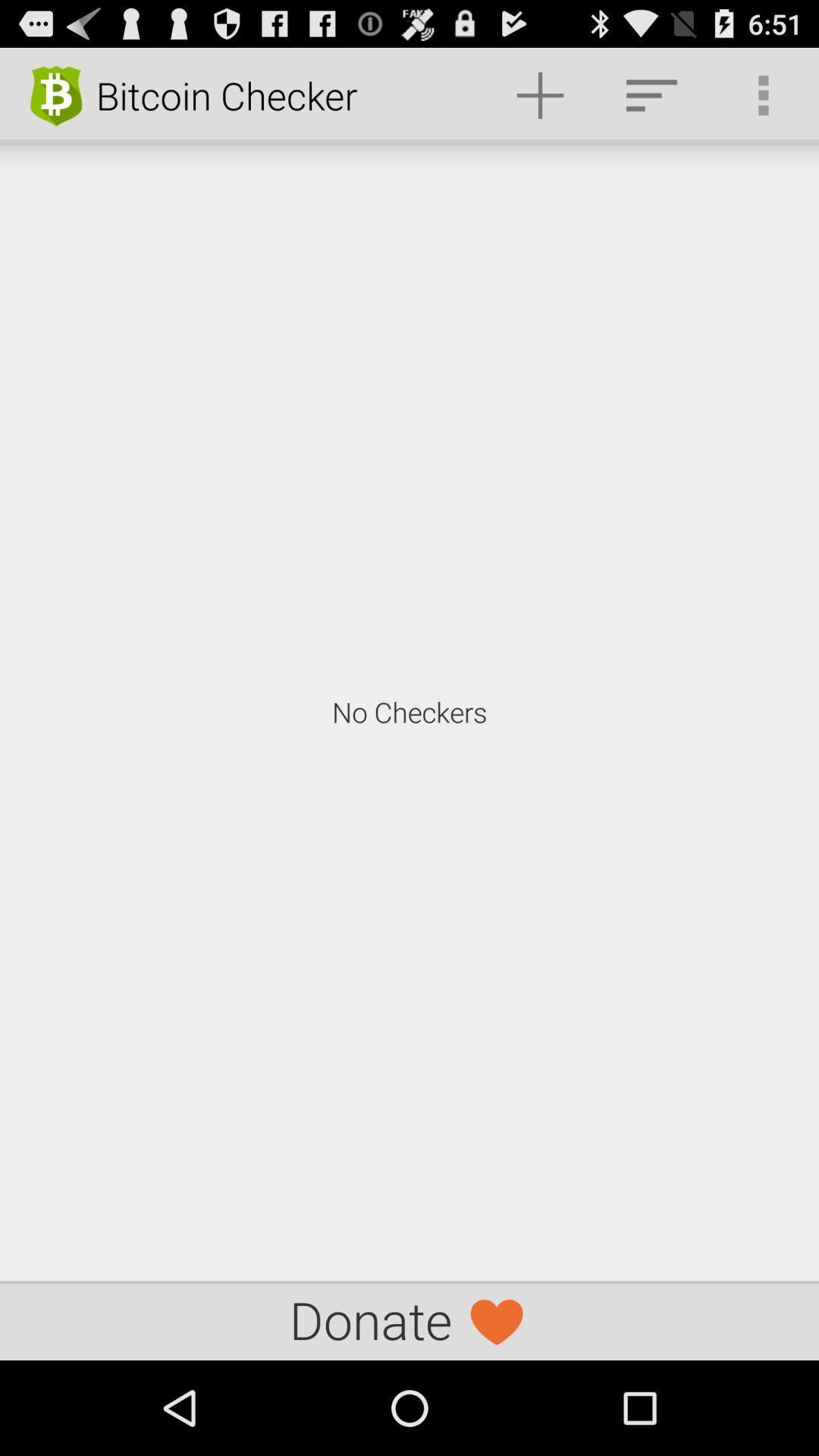 This screenshot has width=819, height=1456. I want to click on item to the right of bitcoin checker item, so click(539, 94).